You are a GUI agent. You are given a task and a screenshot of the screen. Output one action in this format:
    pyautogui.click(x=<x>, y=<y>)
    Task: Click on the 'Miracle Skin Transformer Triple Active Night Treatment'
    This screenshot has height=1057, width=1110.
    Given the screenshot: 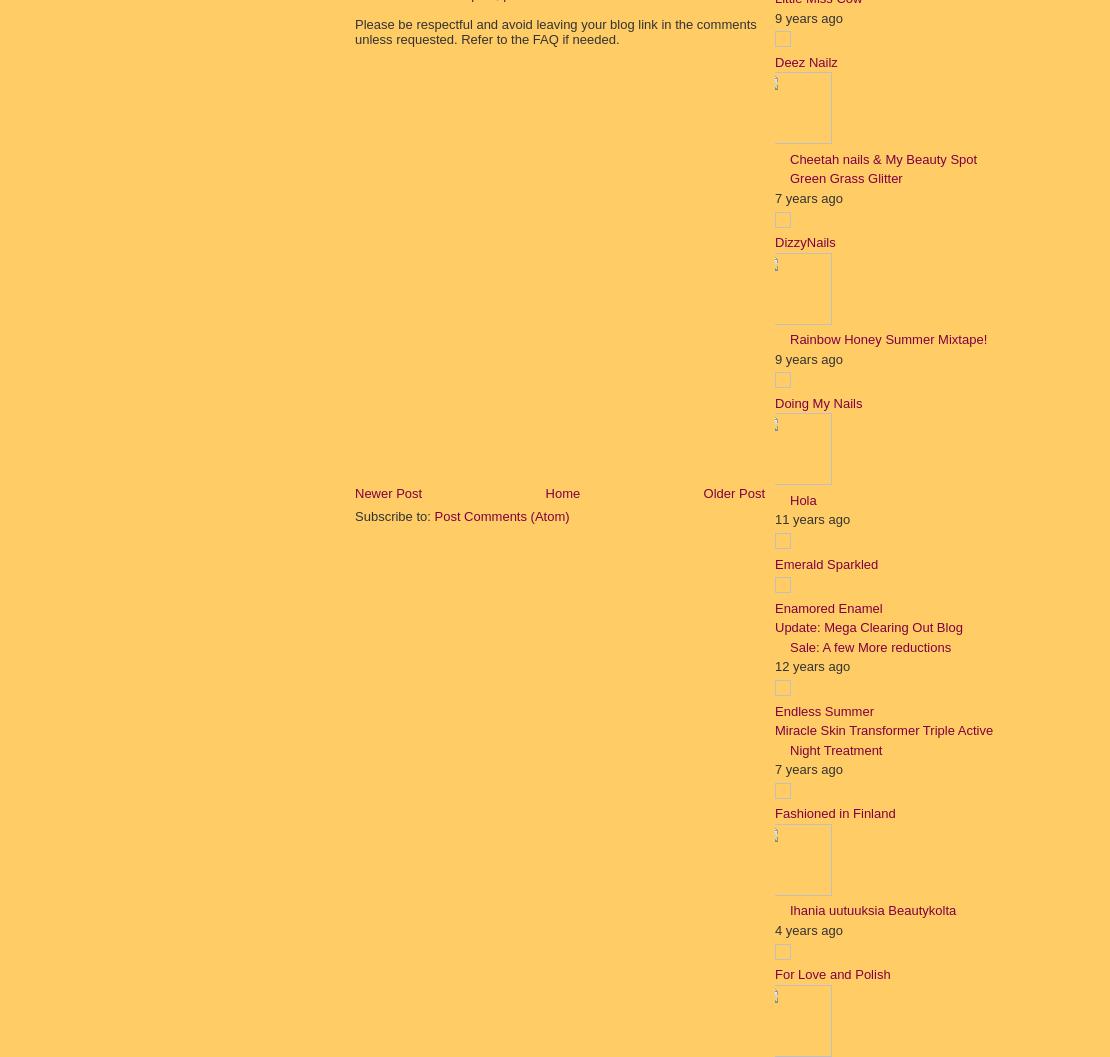 What is the action you would take?
    pyautogui.click(x=883, y=739)
    